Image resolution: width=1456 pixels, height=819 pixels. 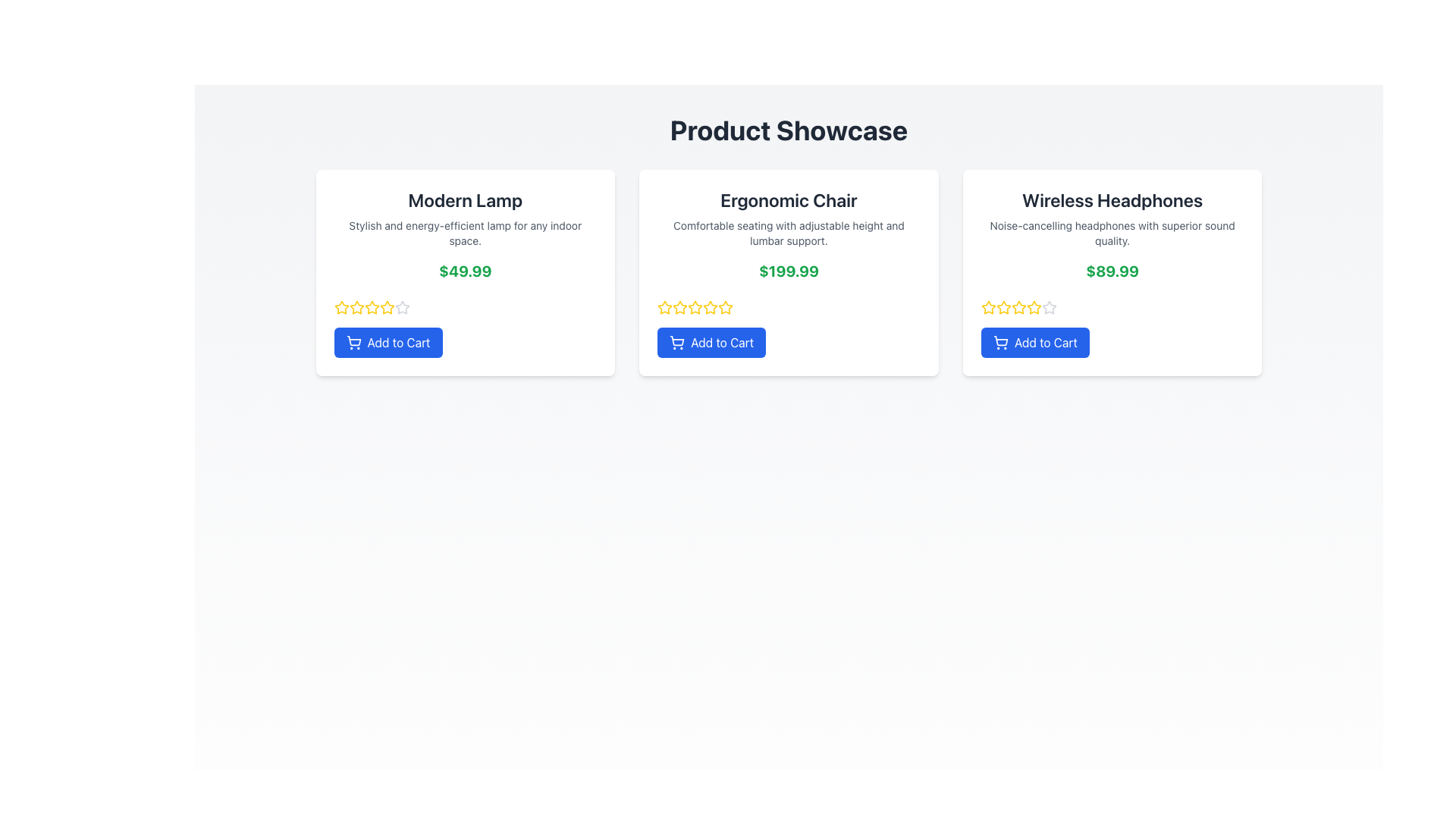 I want to click on the fourth interactive rating star icon, so click(x=372, y=307).